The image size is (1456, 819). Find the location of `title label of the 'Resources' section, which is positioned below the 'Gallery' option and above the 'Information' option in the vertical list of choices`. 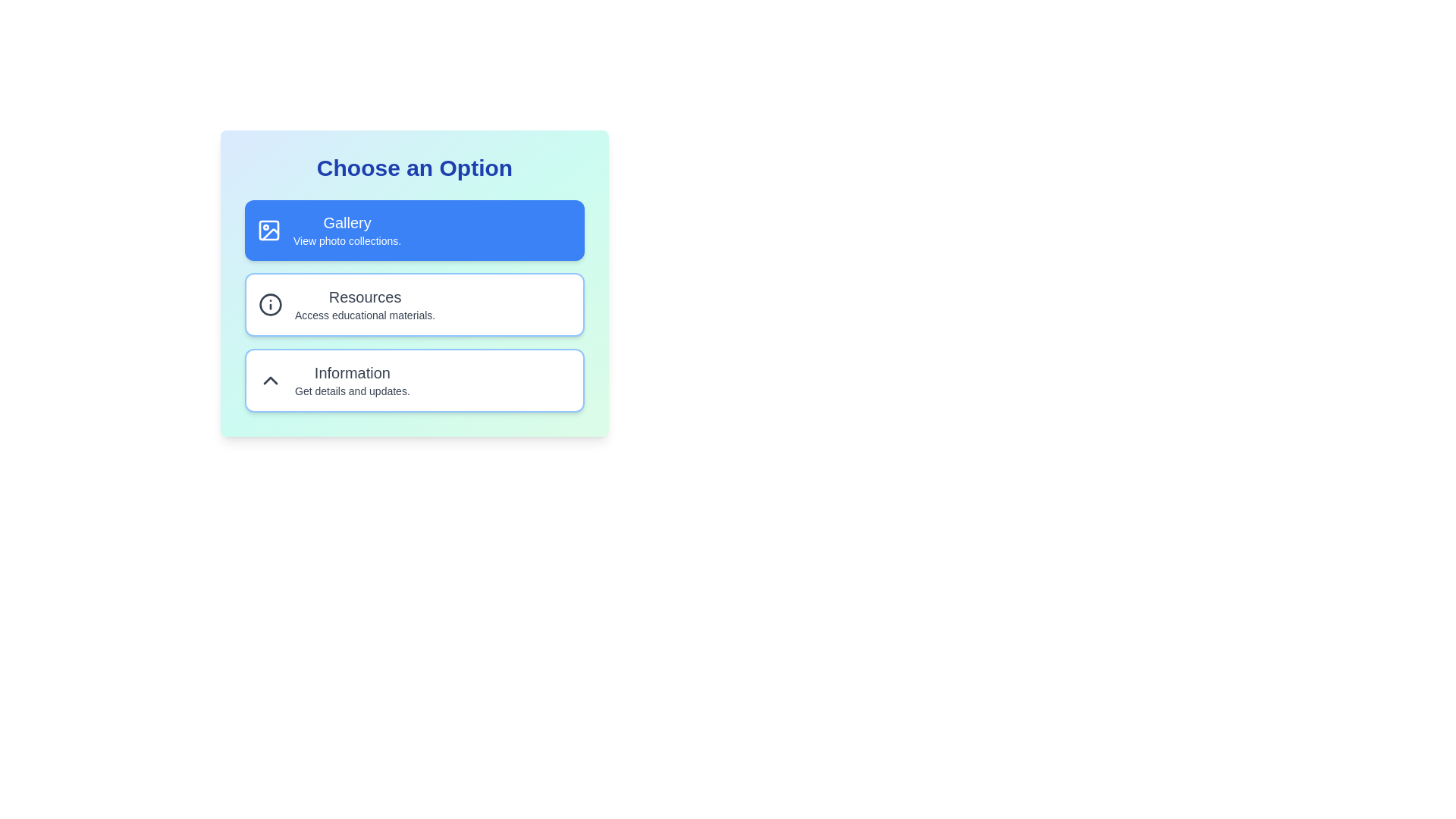

title label of the 'Resources' section, which is positioned below the 'Gallery' option and above the 'Information' option in the vertical list of choices is located at coordinates (365, 297).